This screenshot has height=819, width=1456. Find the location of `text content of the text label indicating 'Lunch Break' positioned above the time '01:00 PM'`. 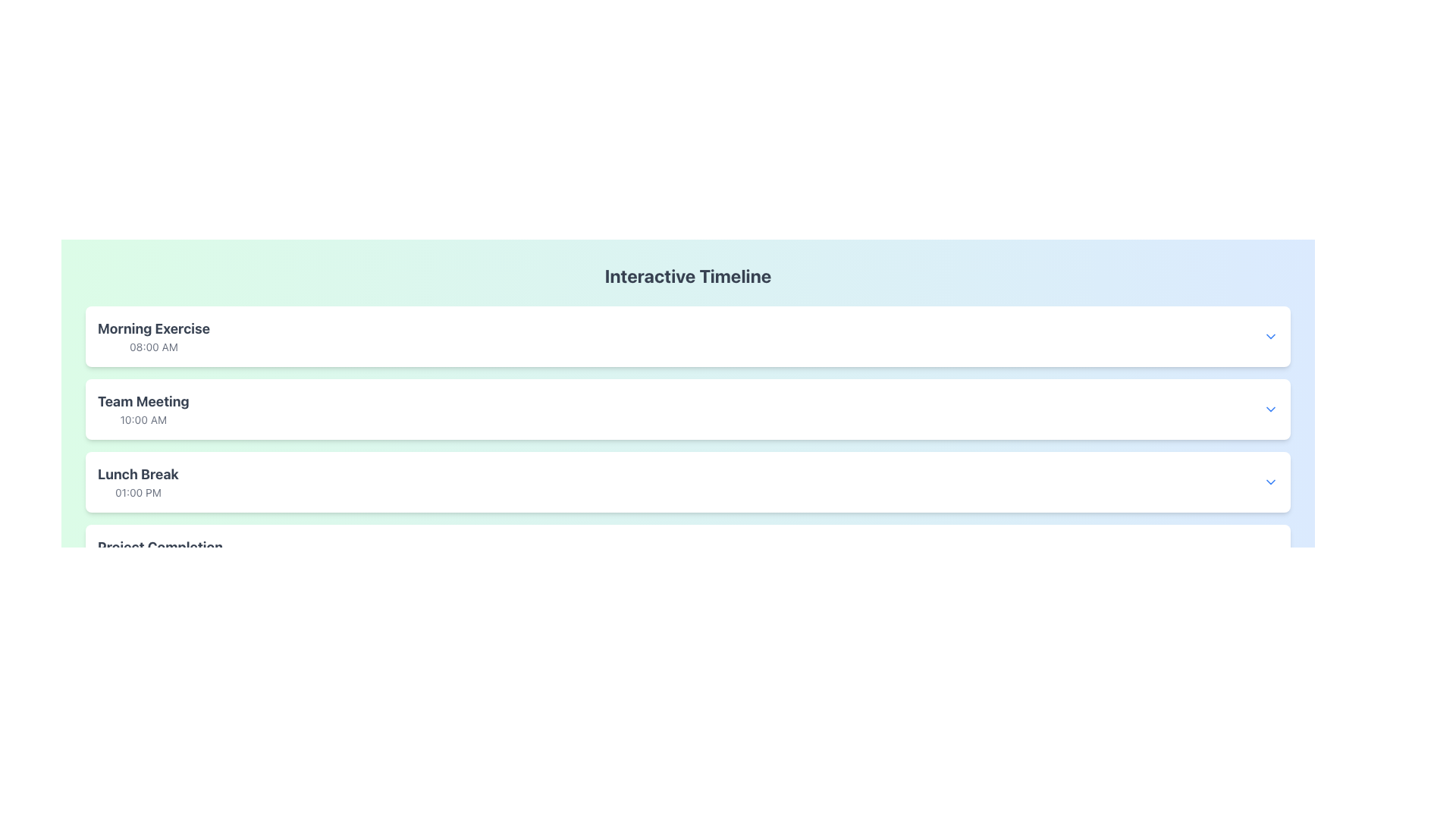

text content of the text label indicating 'Lunch Break' positioned above the time '01:00 PM' is located at coordinates (138, 473).